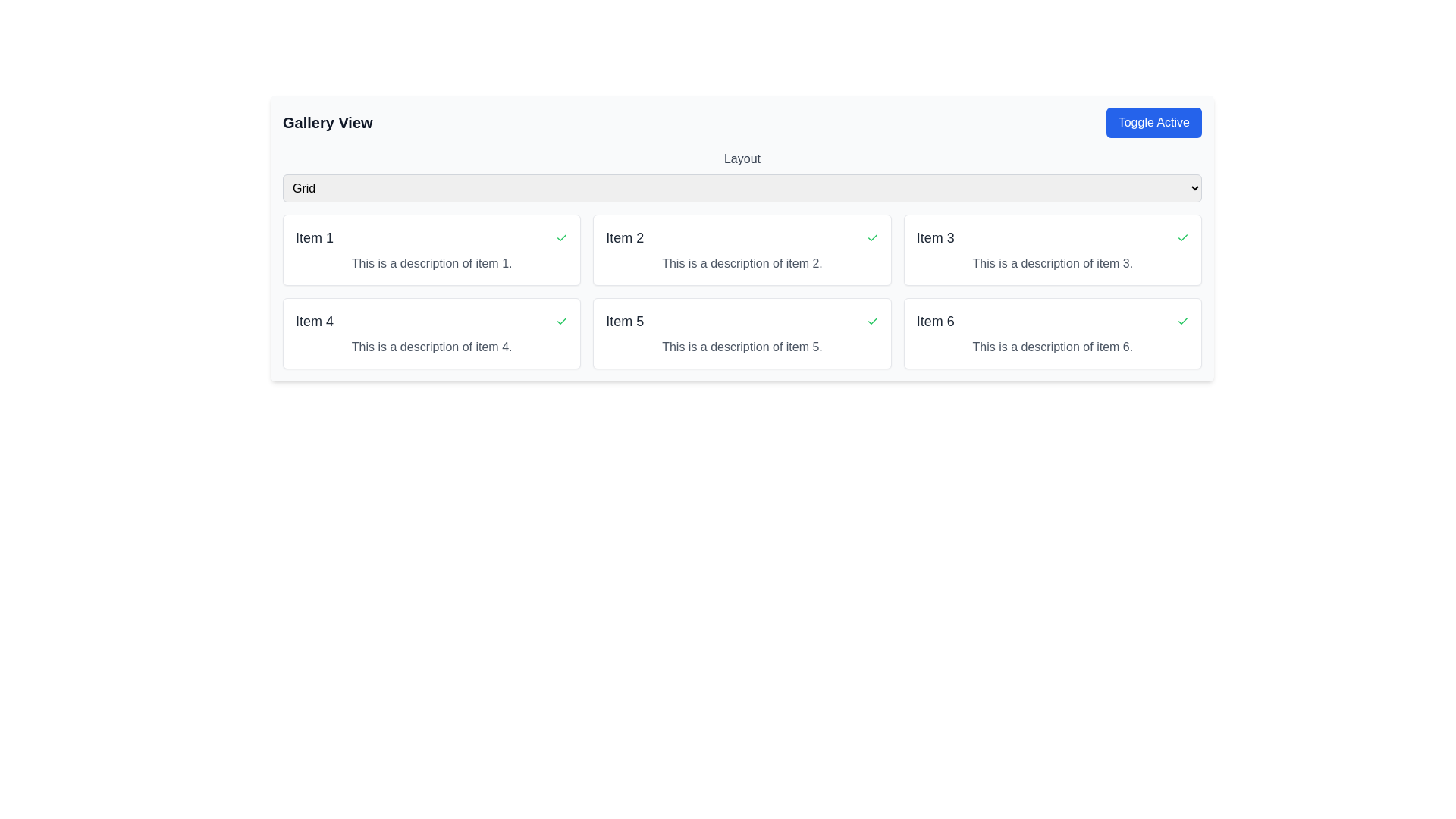 The height and width of the screenshot is (819, 1456). I want to click on text of the 'Layout' label, which is a medium-sized gray text positioned at the top of the section above the 'GridList' dropdown menu, so click(742, 158).